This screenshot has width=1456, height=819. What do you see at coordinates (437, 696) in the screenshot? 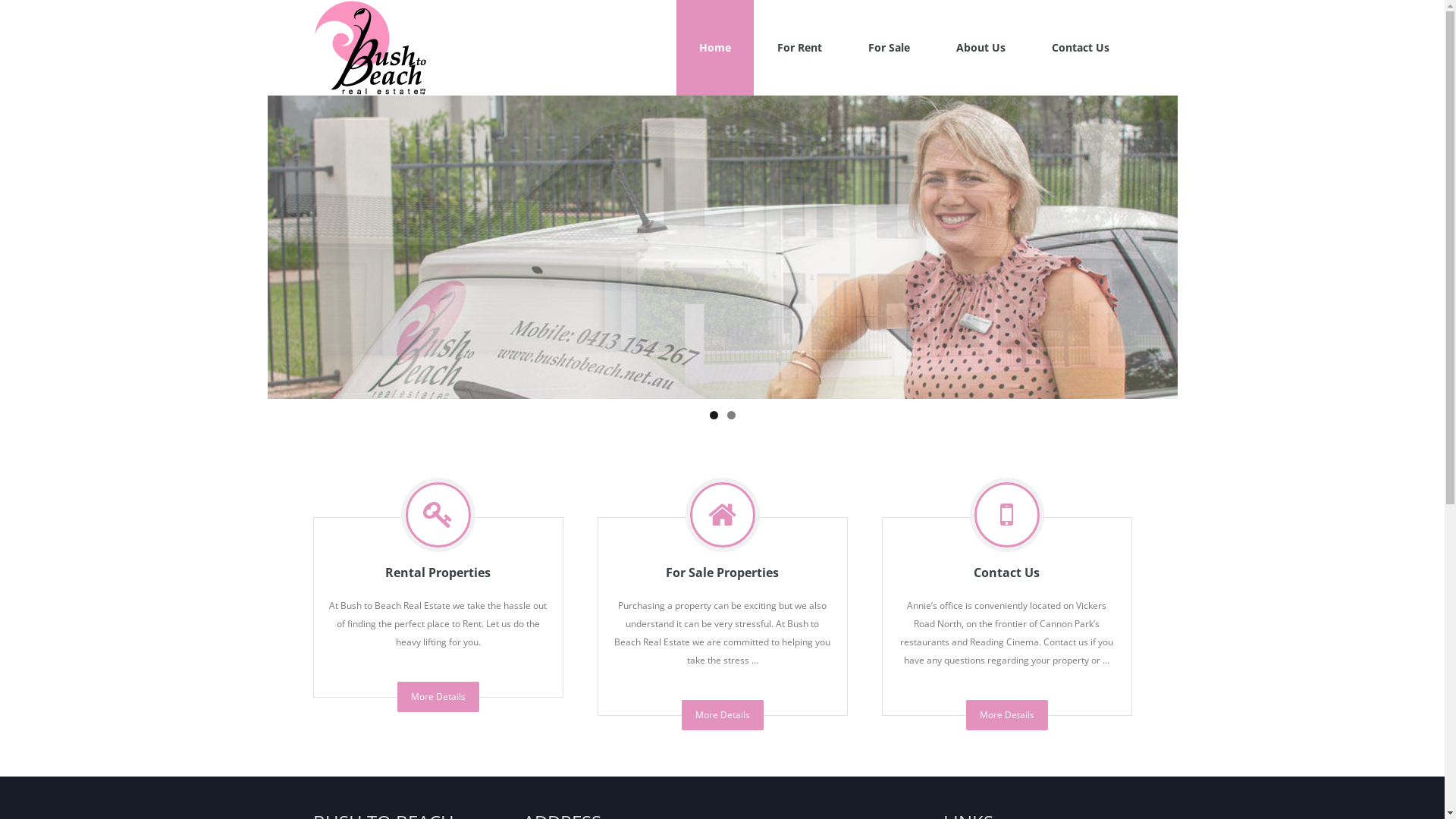
I see `'More Details'` at bounding box center [437, 696].